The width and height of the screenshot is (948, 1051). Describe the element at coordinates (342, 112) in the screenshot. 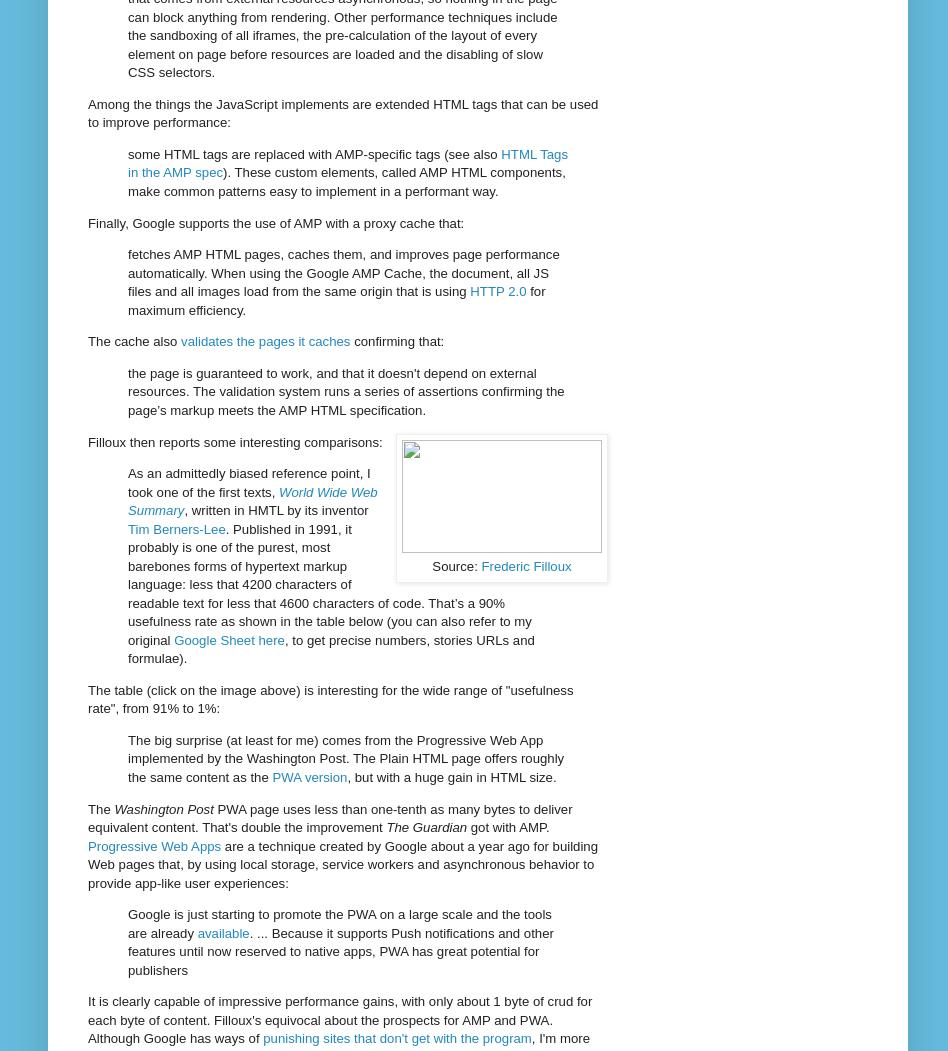

I see `'Among the things the JavaScript implements are extended HTML tags that can be used to improve performance:'` at that location.